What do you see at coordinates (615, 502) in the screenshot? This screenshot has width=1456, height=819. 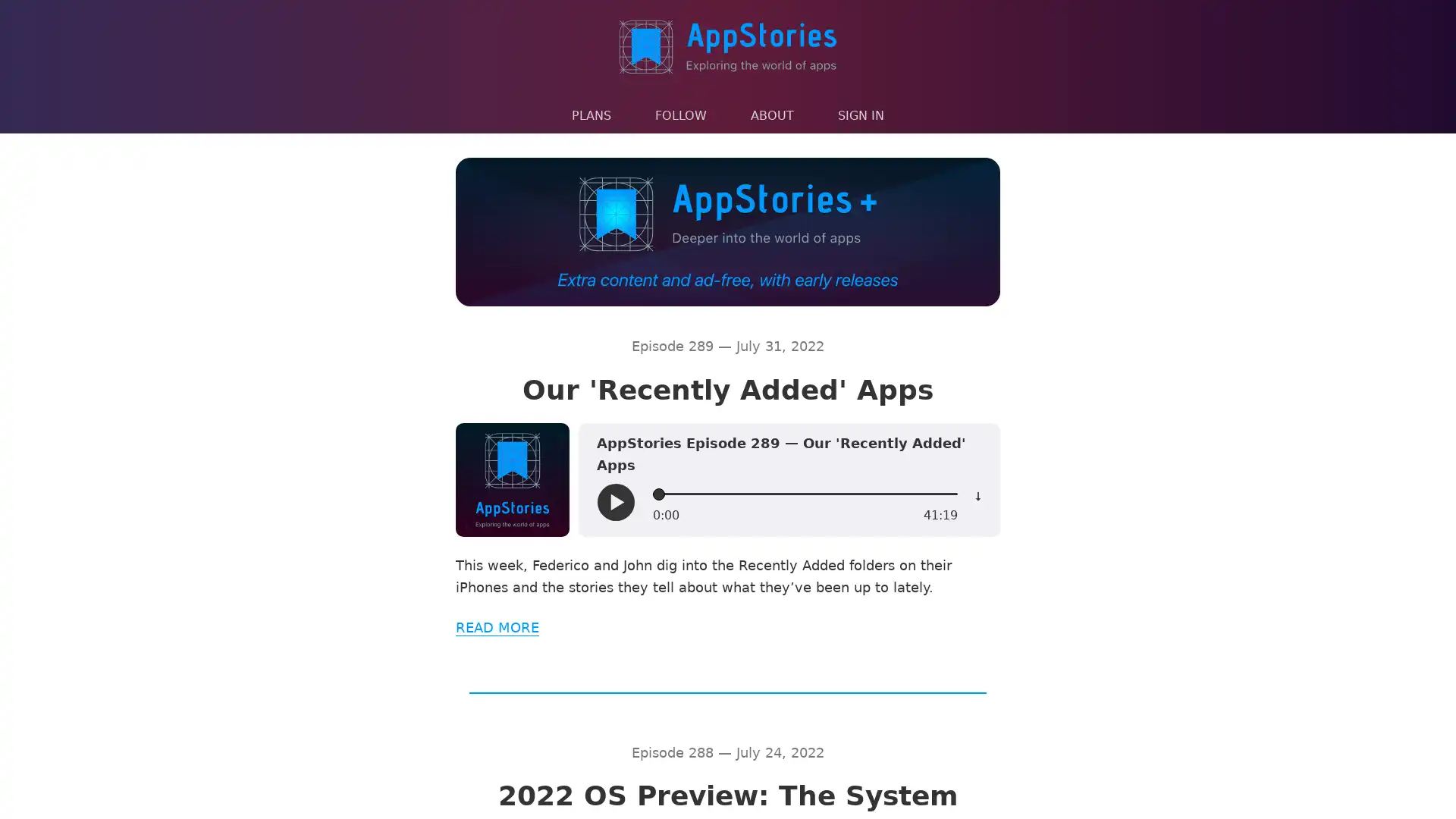 I see `Play` at bounding box center [615, 502].